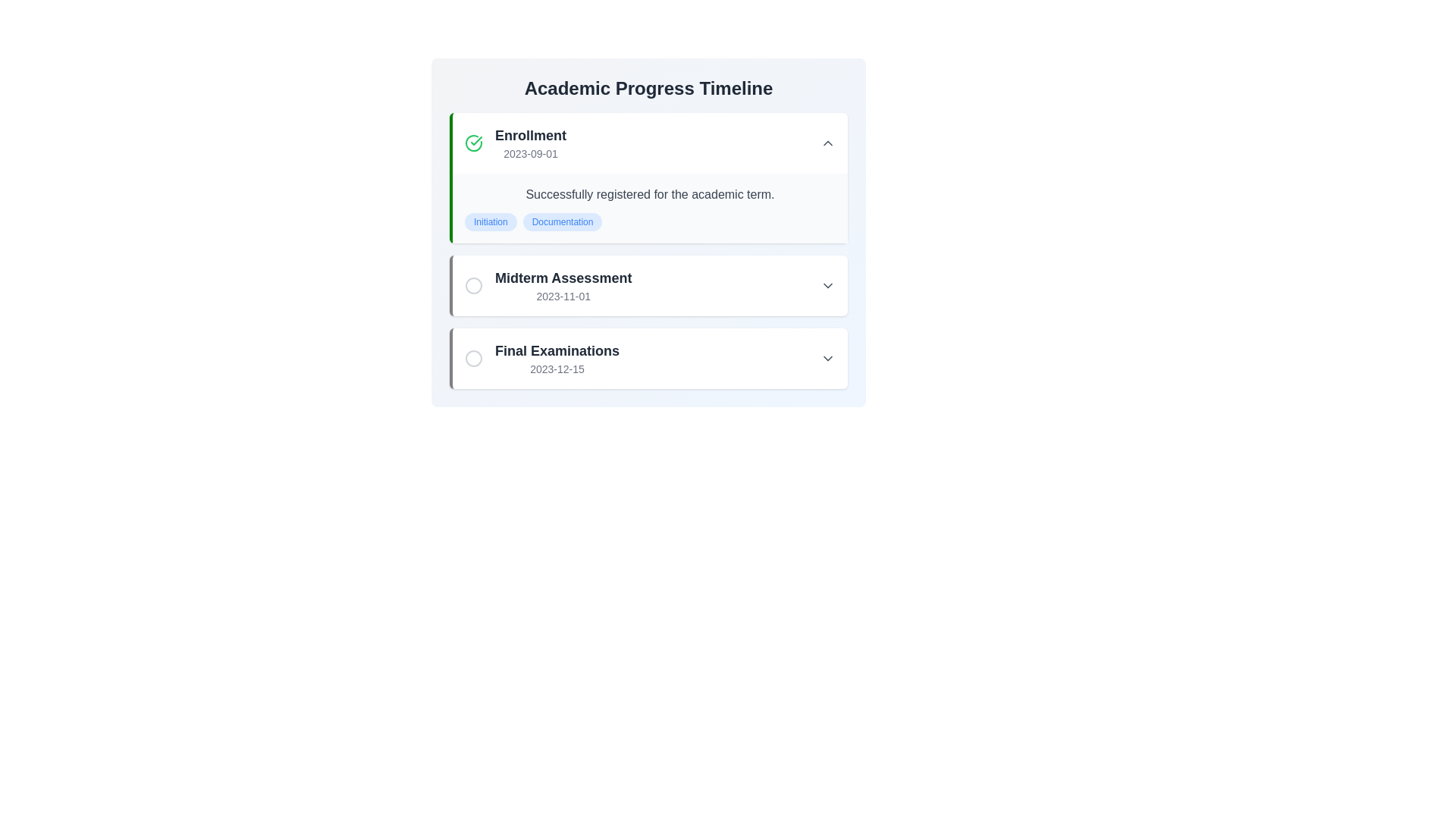 This screenshot has height=819, width=1456. I want to click on the green checkmark icon inside a circle, which indicates a completed or verified status, located to the left of the 'Enrollment' text, so click(472, 143).